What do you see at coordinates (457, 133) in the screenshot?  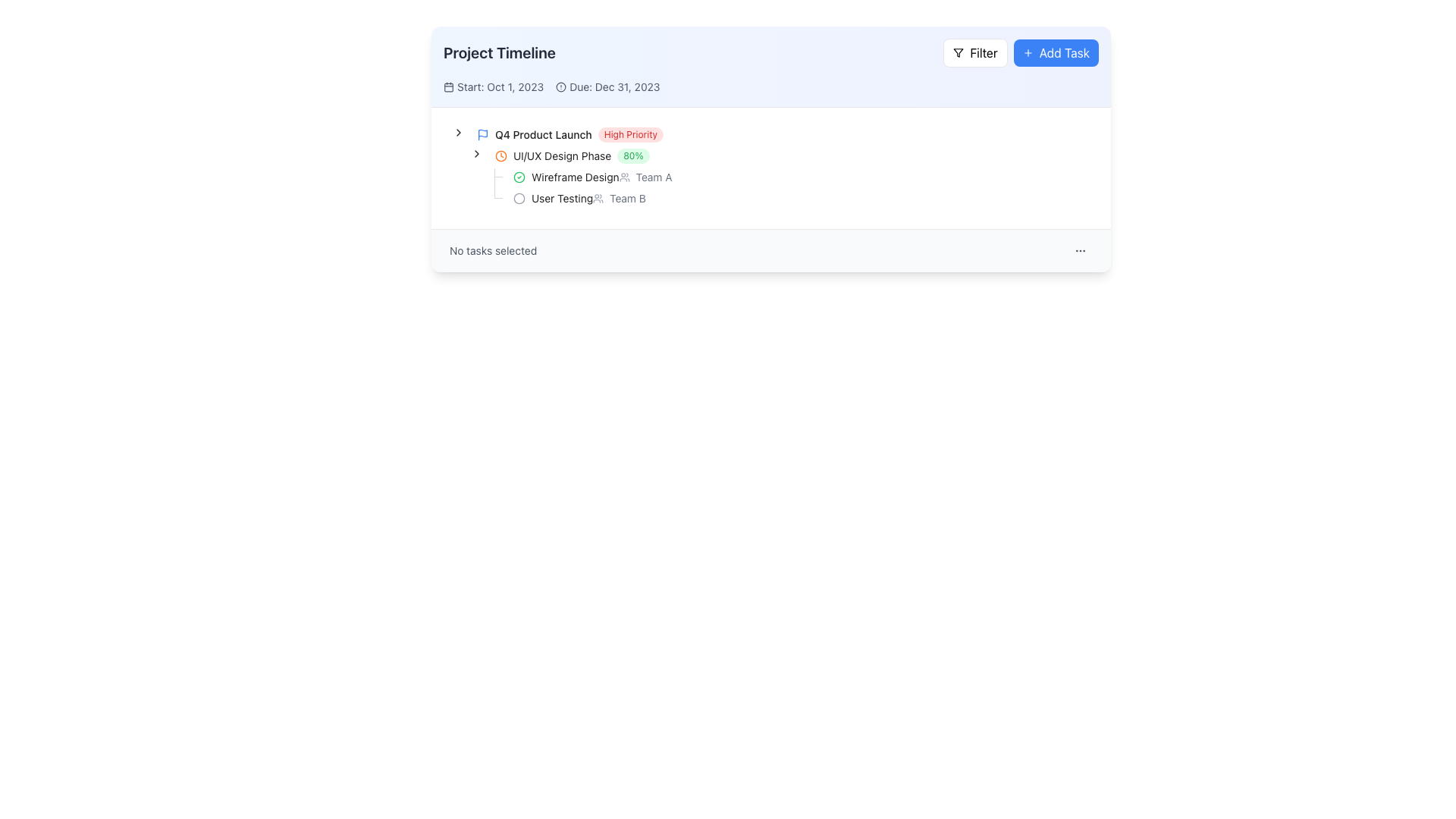 I see `the arrow-shaped Expand/collapse toggle icon located to the left of the text 'Q4 Product Launch High Priority'` at bounding box center [457, 133].